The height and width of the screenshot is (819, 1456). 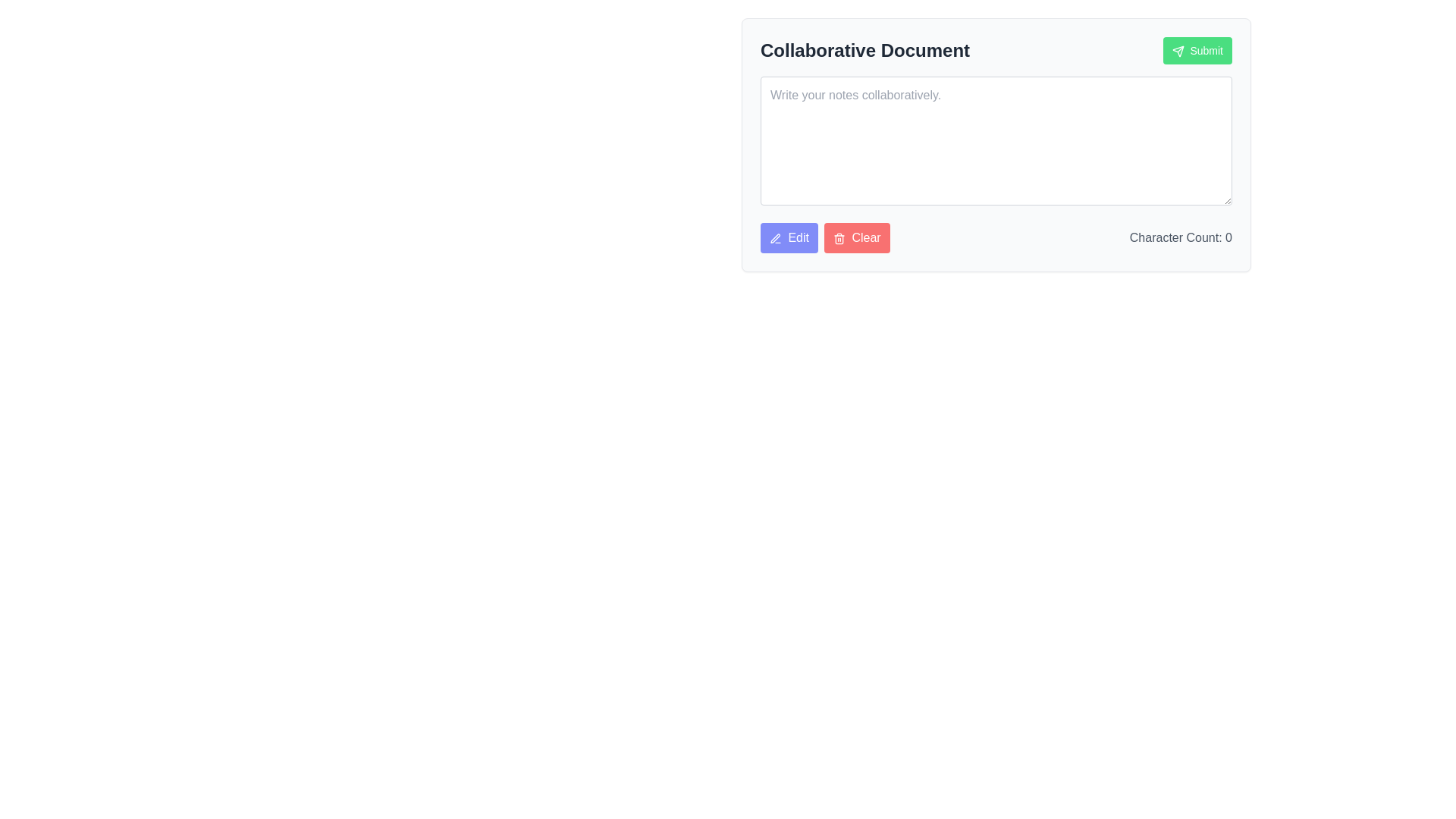 What do you see at coordinates (789, 237) in the screenshot?
I see `the 'Edit' button with a blue background and white text` at bounding box center [789, 237].